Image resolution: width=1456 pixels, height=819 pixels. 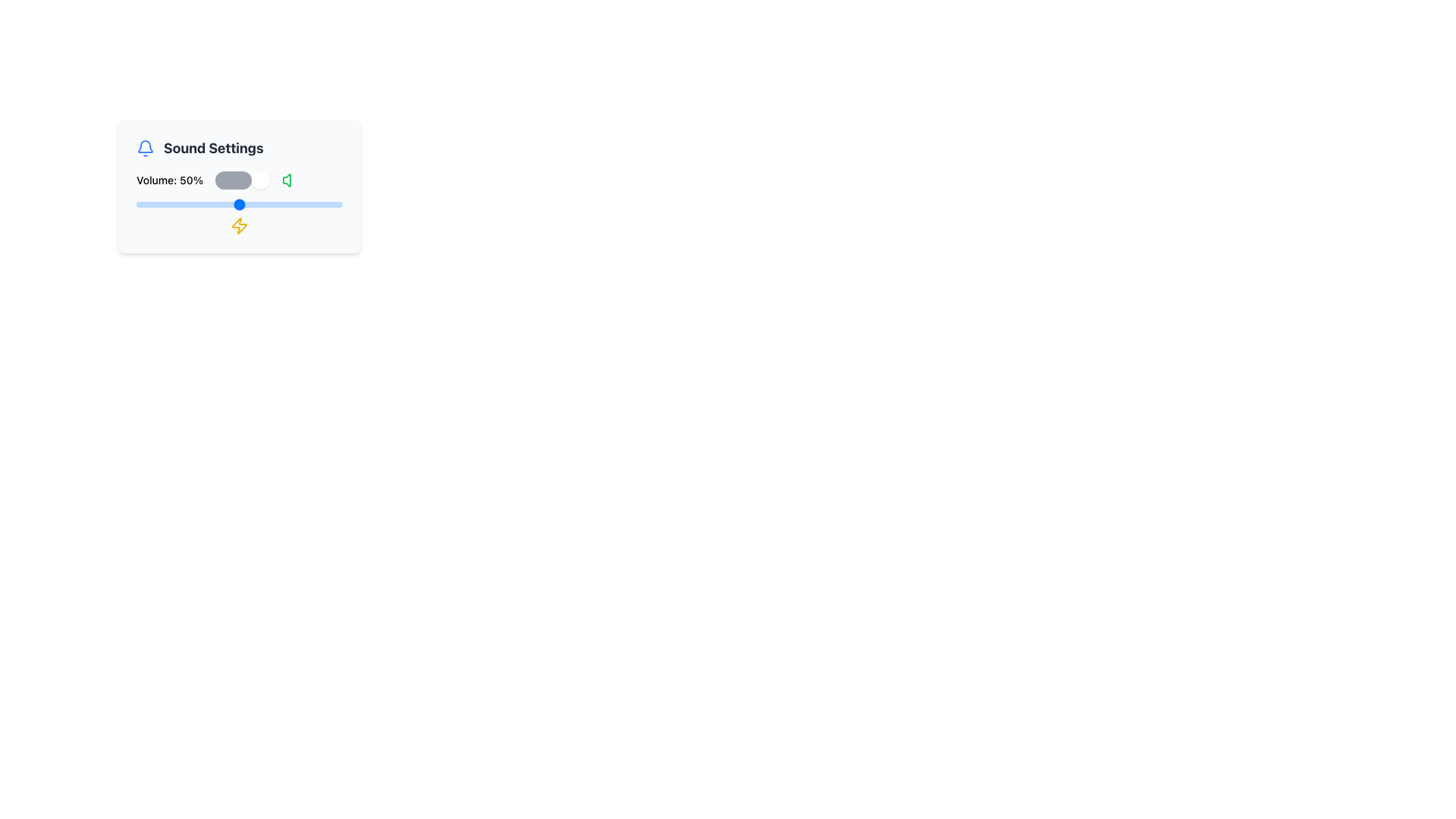 I want to click on the toggle switch located in the 'Volume: 50%' section to switch its state, so click(x=243, y=180).